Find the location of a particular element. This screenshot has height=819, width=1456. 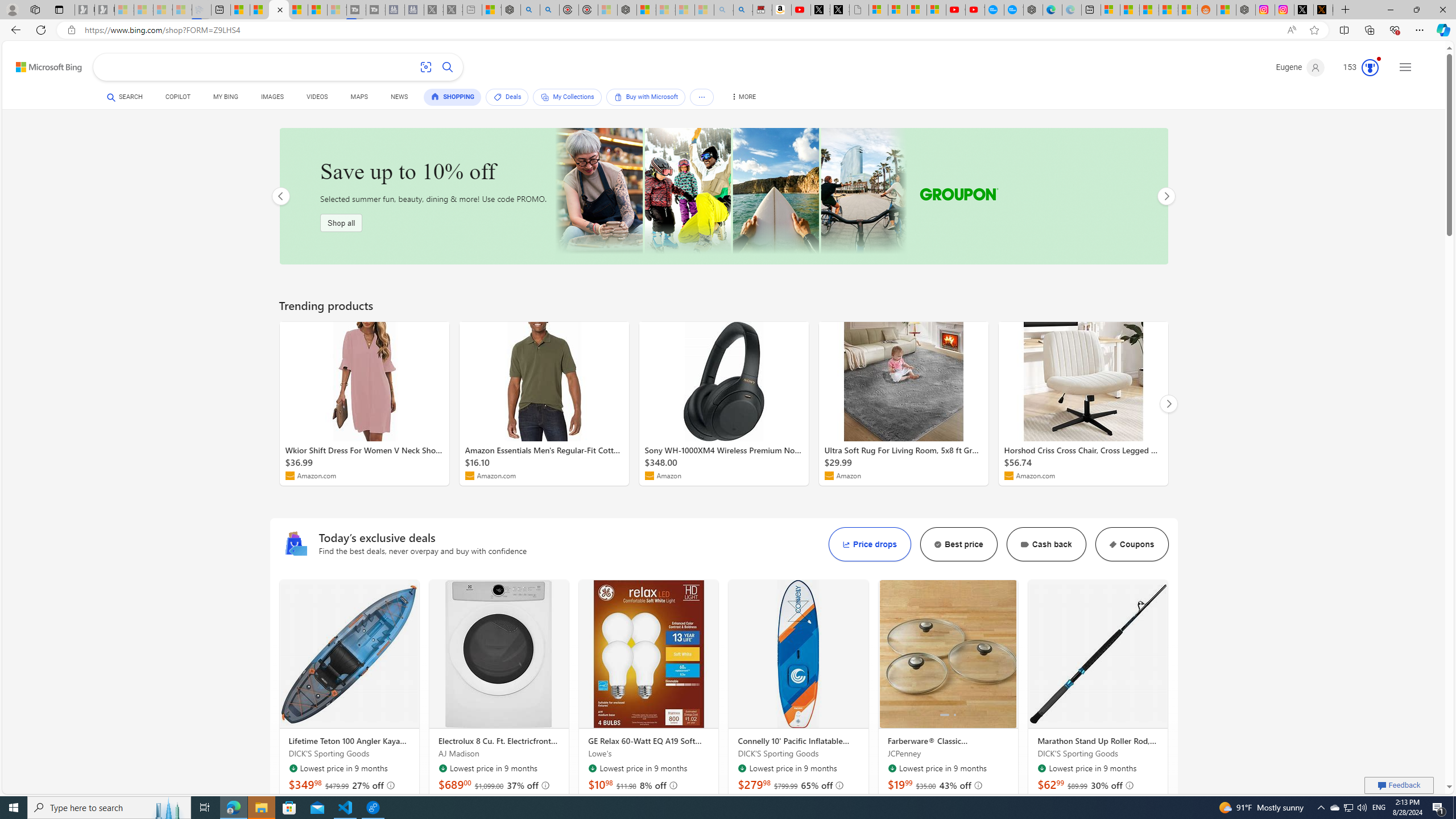

'COPILOT' is located at coordinates (178, 98).